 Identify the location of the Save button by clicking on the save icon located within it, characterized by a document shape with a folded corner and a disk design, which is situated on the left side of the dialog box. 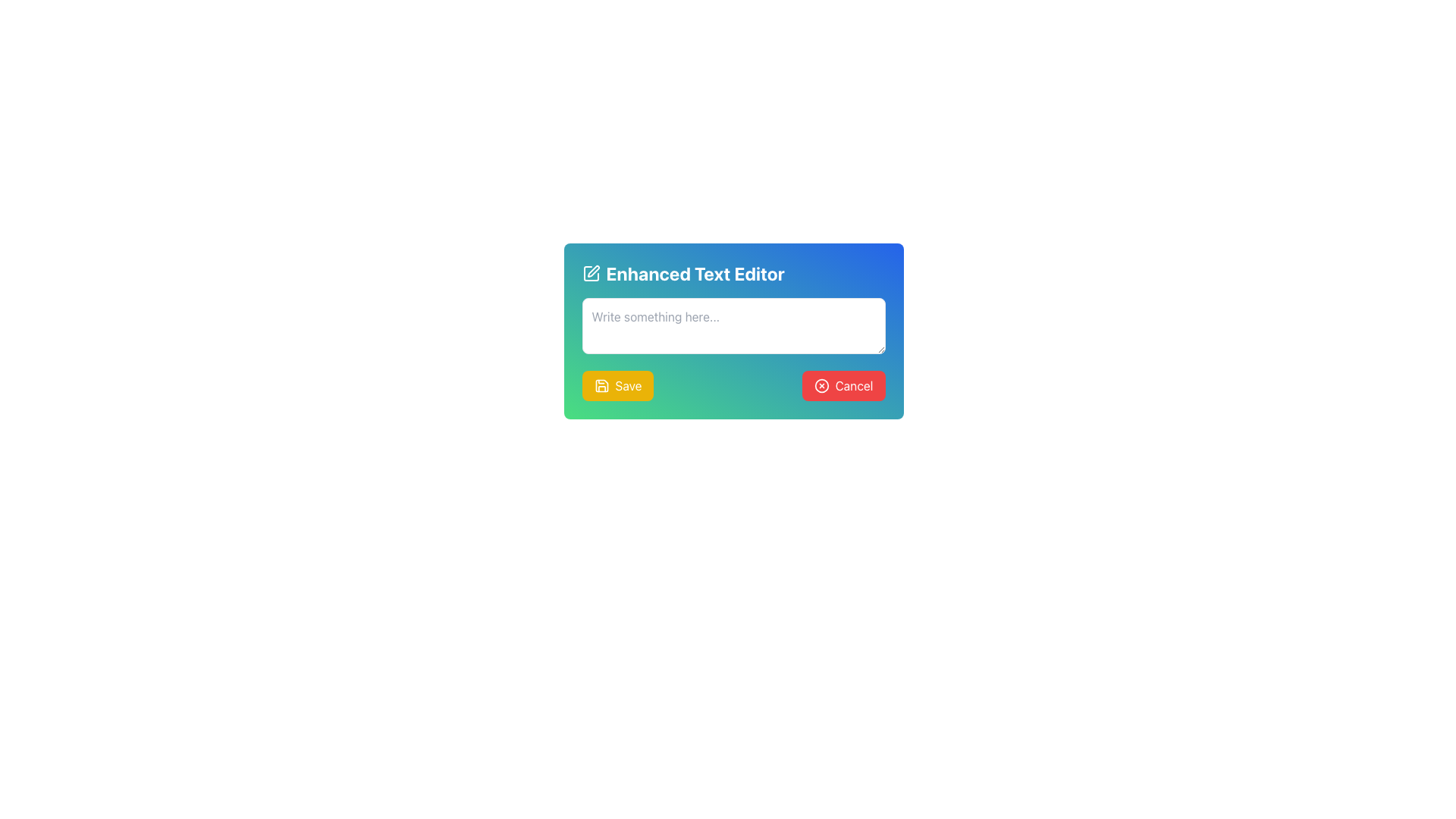
(601, 385).